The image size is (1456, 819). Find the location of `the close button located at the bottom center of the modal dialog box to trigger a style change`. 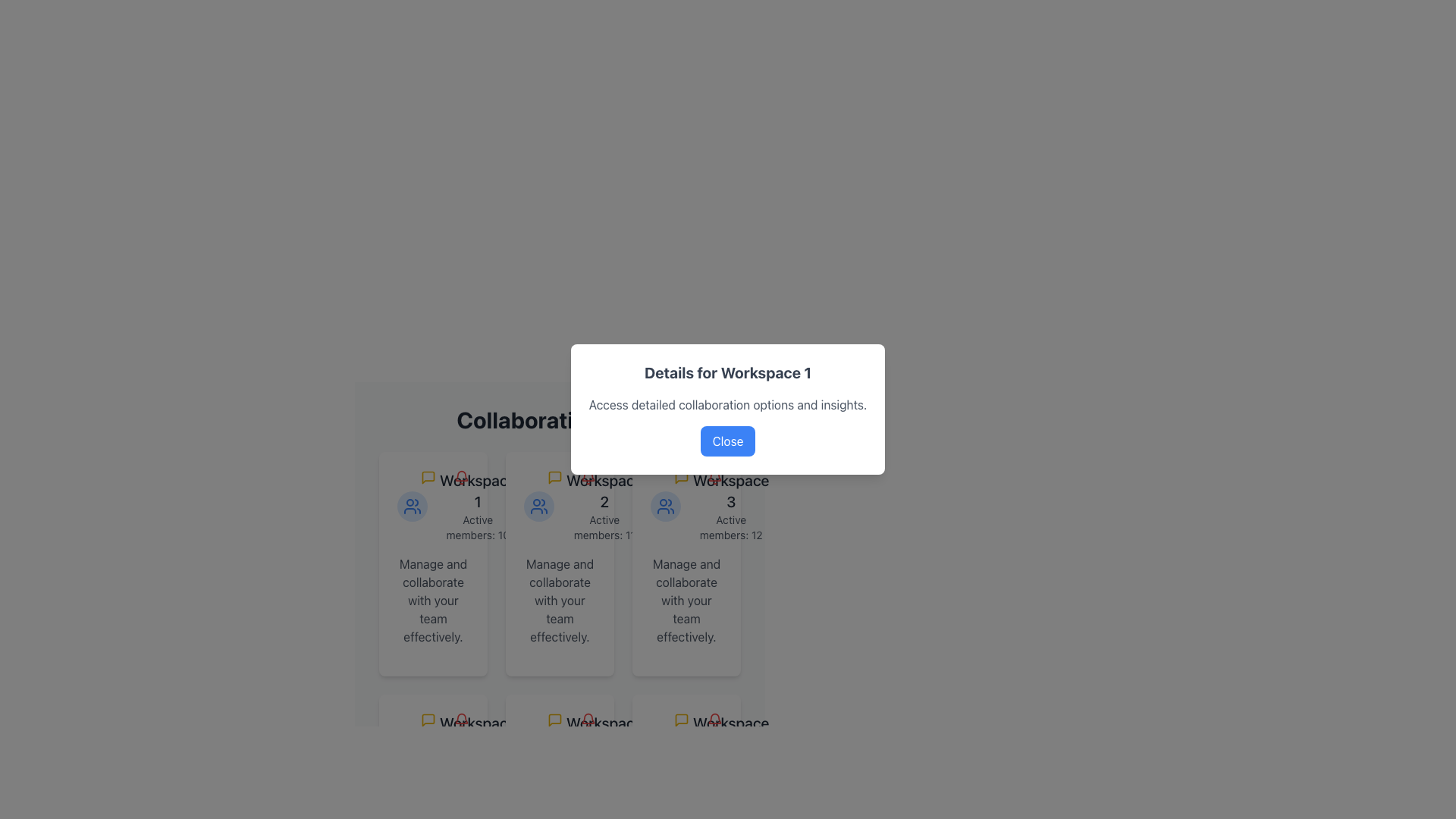

the close button located at the bottom center of the modal dialog box to trigger a style change is located at coordinates (728, 441).